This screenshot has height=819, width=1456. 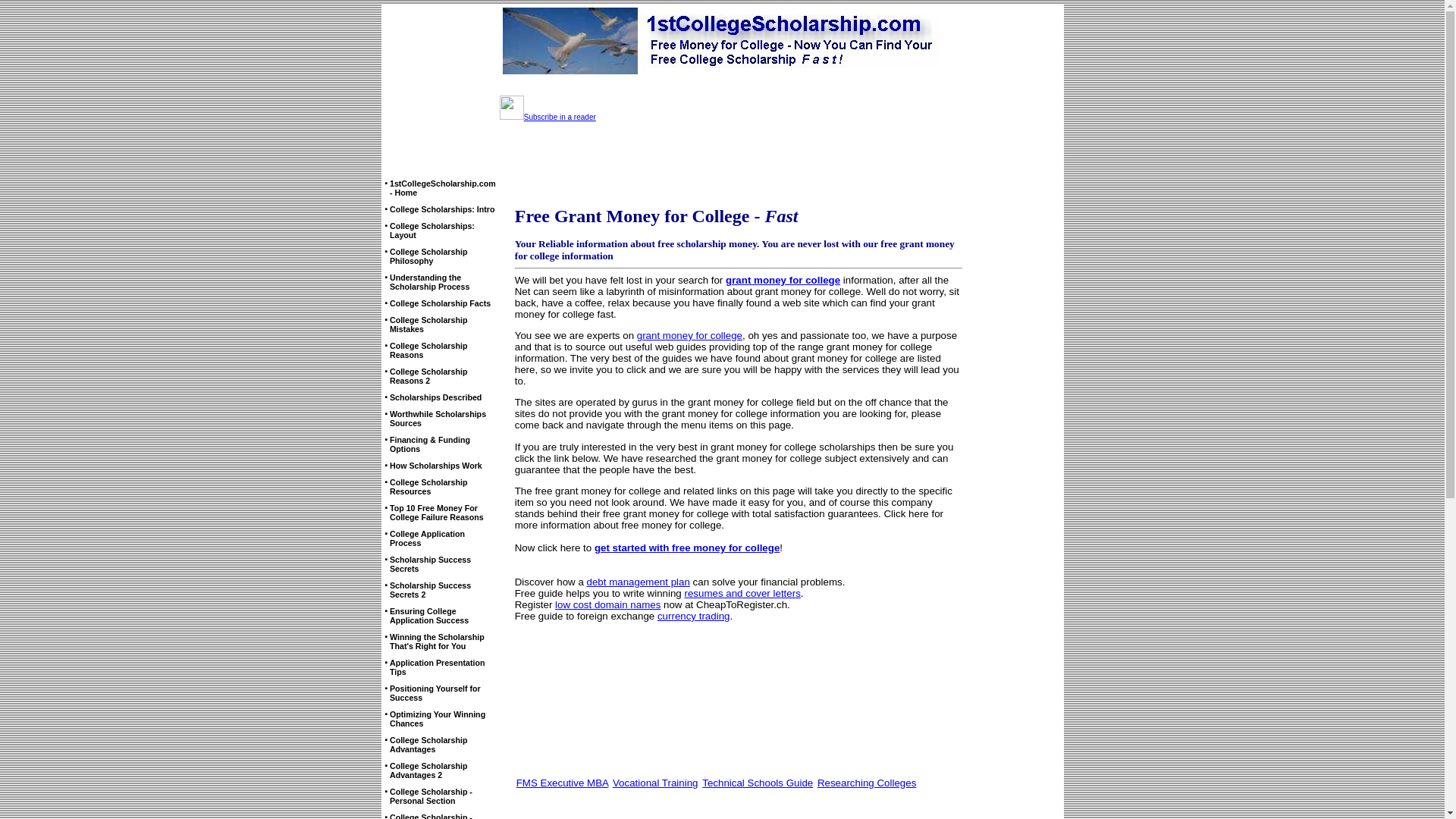 What do you see at coordinates (441, 209) in the screenshot?
I see `'College Scholarships: Intro'` at bounding box center [441, 209].